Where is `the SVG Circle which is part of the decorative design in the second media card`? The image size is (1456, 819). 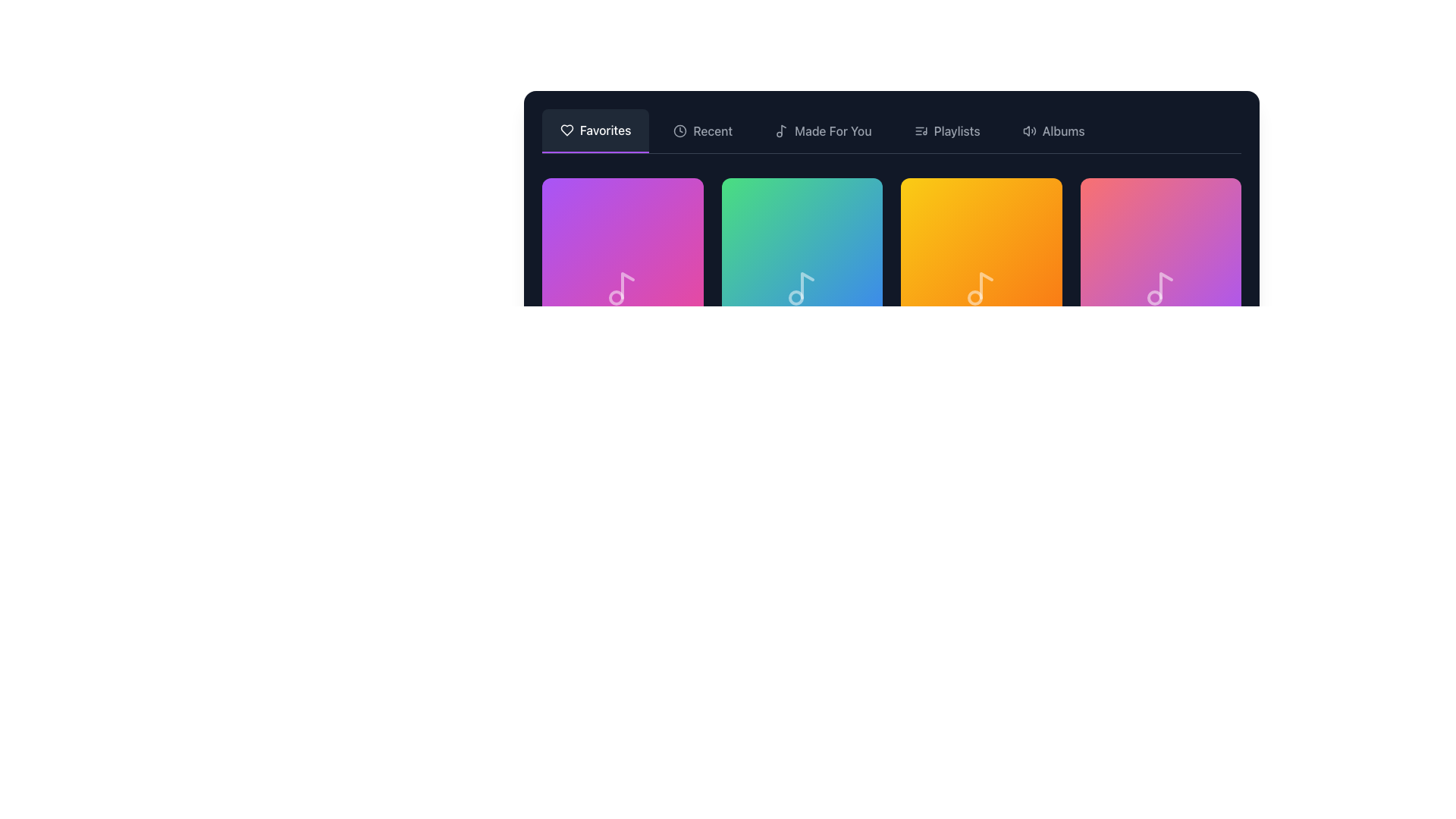 the SVG Circle which is part of the decorative design in the second media card is located at coordinates (854, 292).